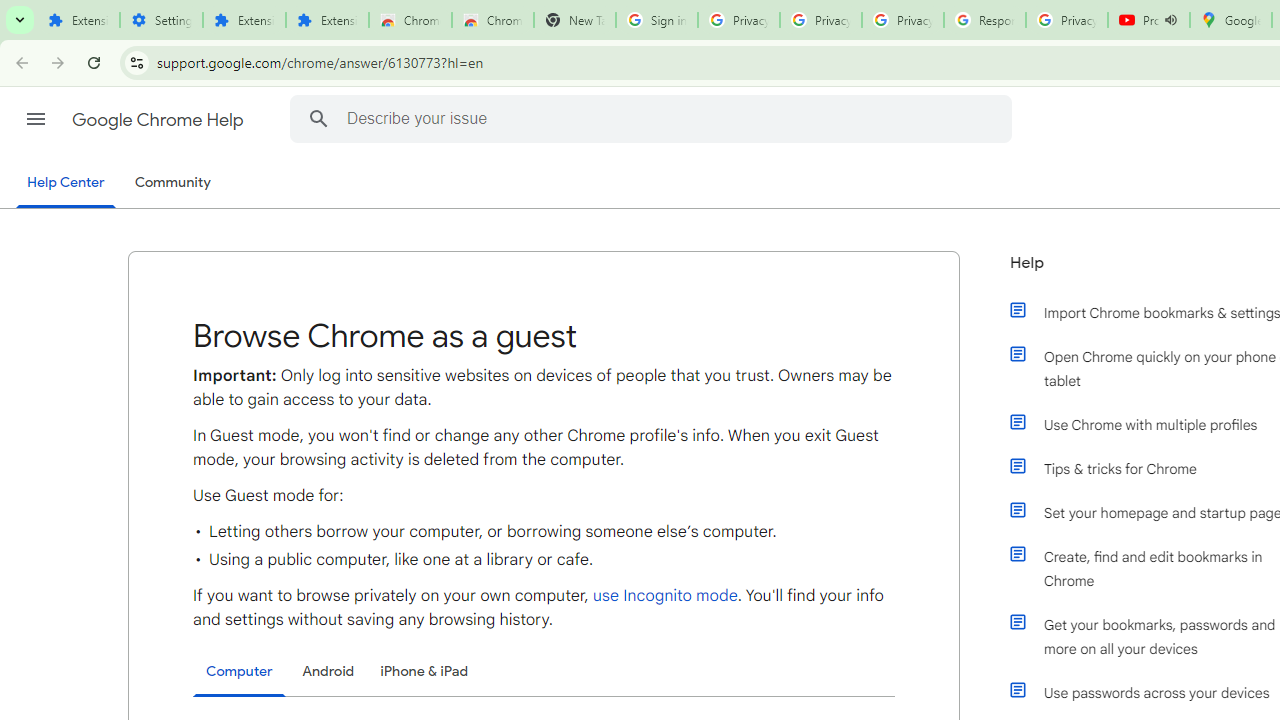 This screenshot has width=1280, height=720. Describe the element at coordinates (239, 672) in the screenshot. I see `'Computer'` at that location.